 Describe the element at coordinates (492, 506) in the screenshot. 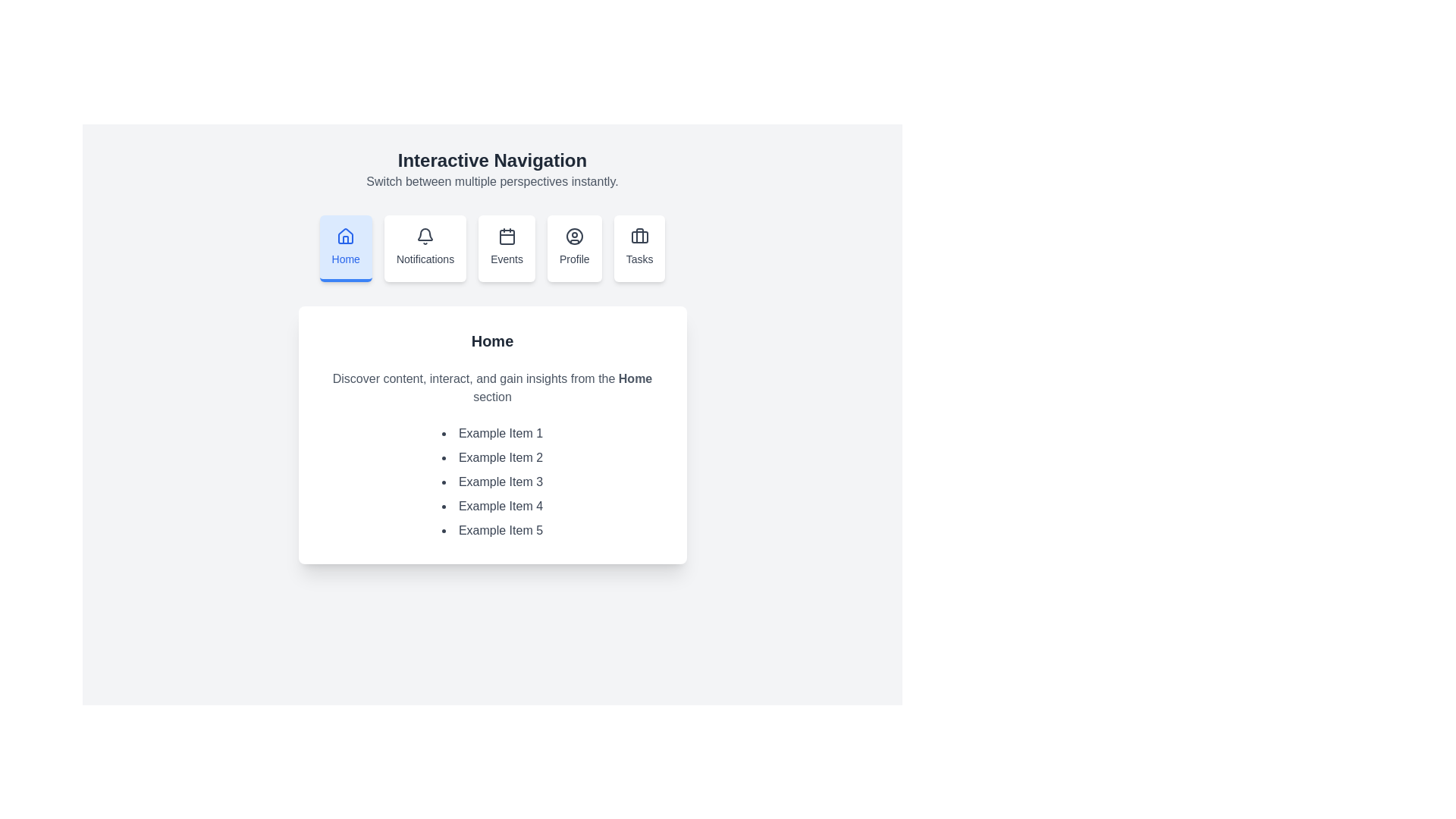

I see `the fourth Text Label in the list under the title 'Home', positioned between 'Example Item 3' and 'Example Item 5'` at that location.